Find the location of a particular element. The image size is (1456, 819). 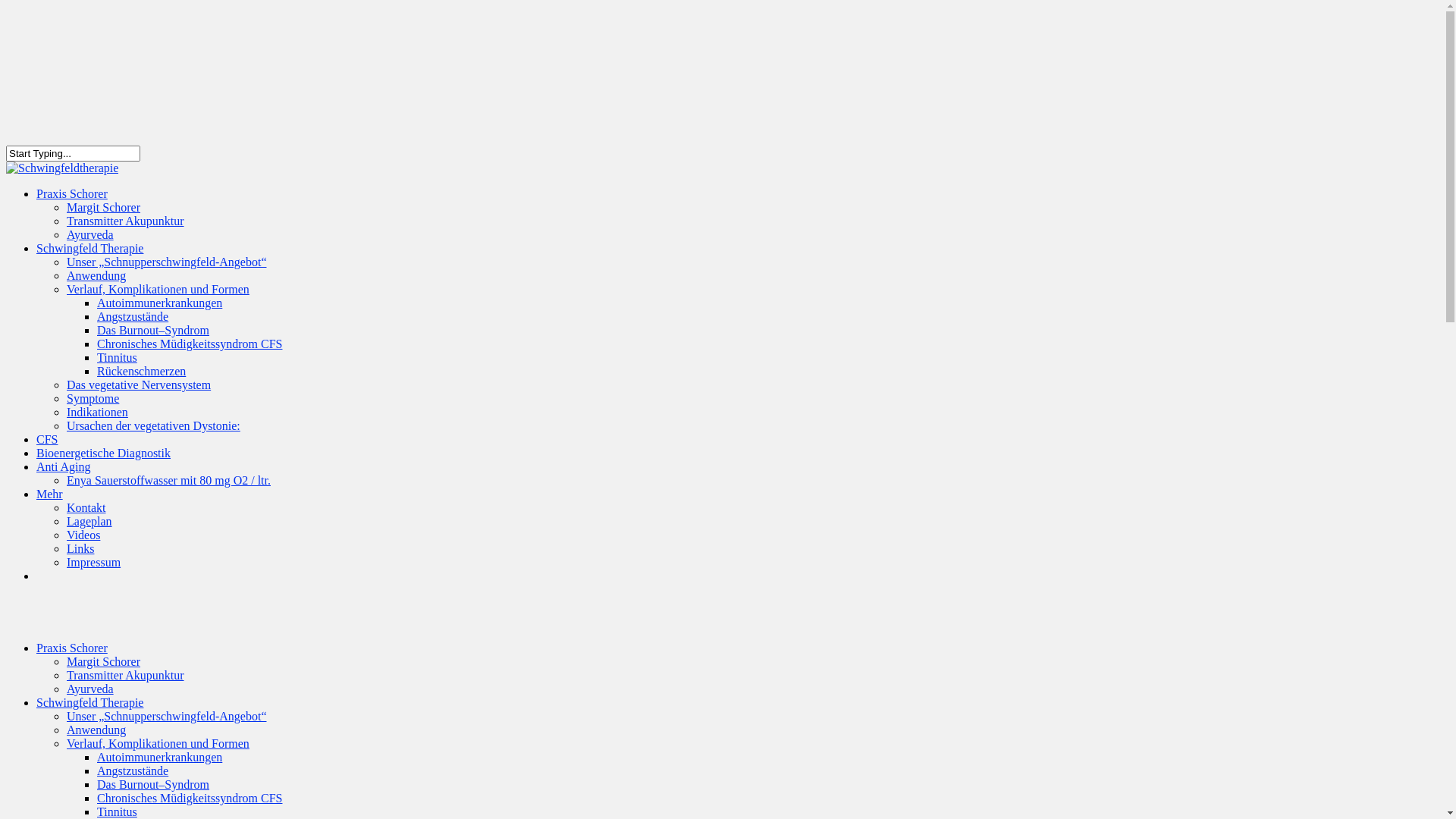

'Ursachen der vegetativen Dystonie:' is located at coordinates (153, 425).